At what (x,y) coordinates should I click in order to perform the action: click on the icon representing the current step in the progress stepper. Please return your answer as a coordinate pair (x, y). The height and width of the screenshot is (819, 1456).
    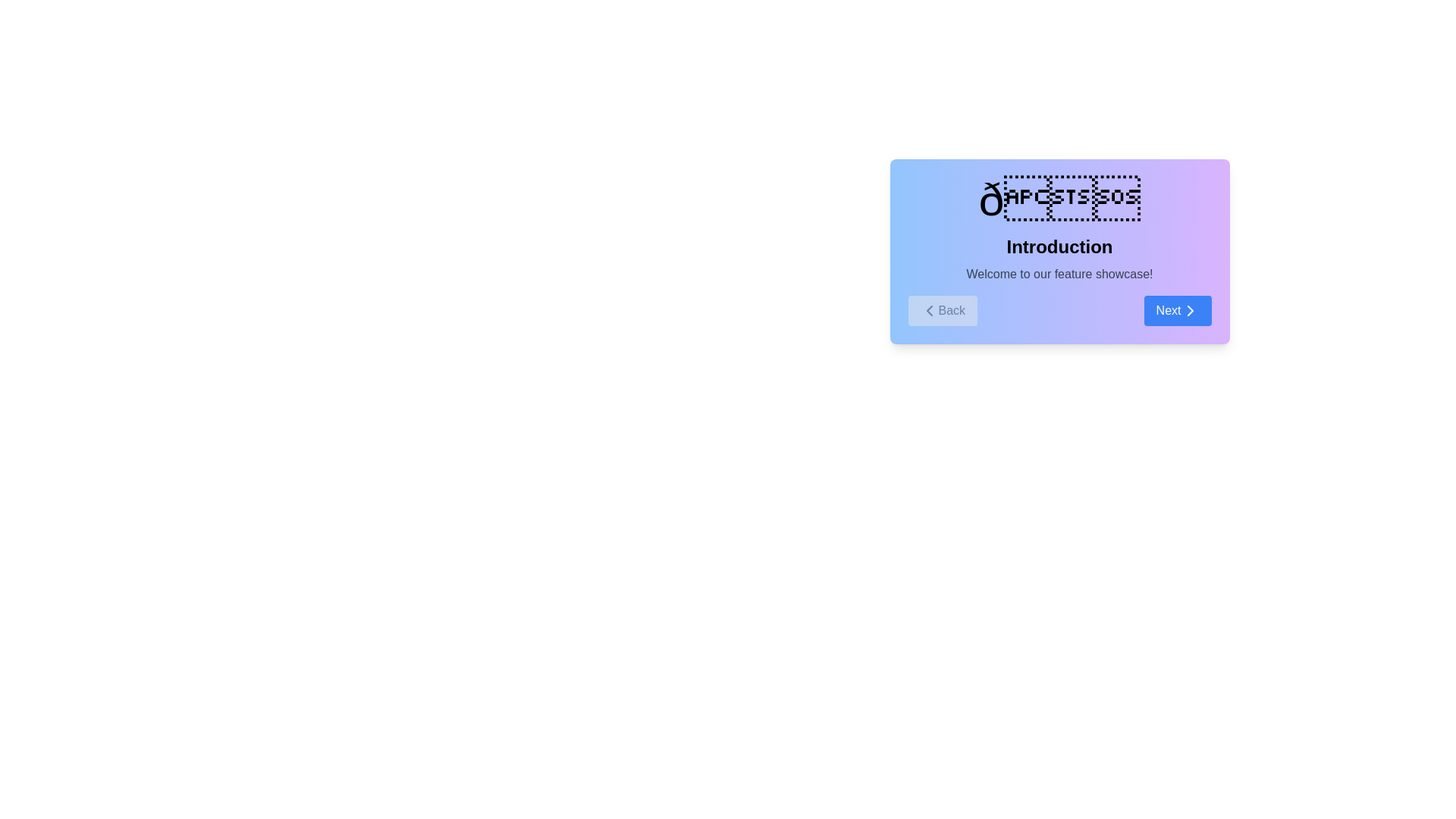
    Looking at the image, I should click on (1059, 199).